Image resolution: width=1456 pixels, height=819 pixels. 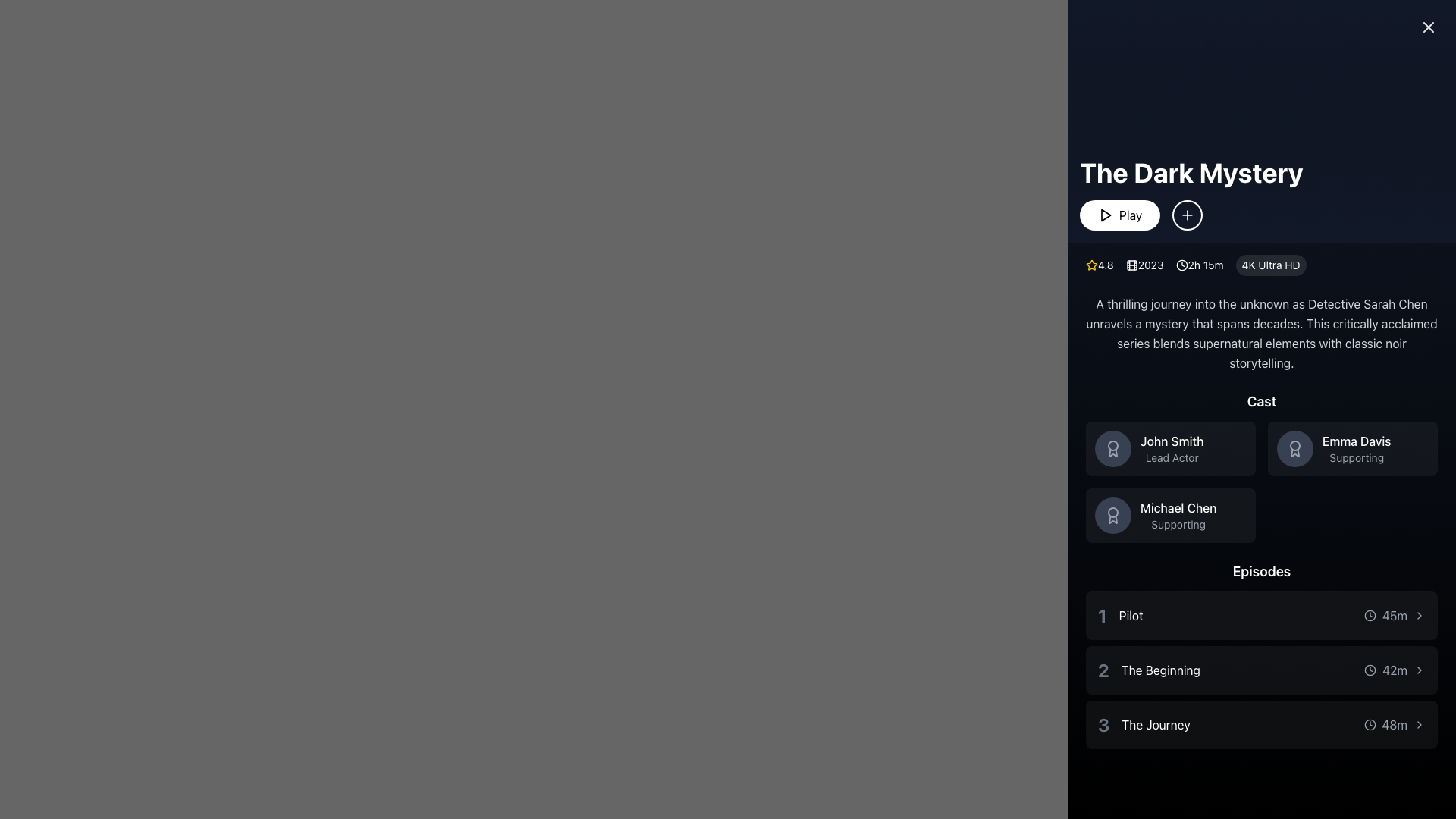 What do you see at coordinates (1262, 332) in the screenshot?
I see `introduction text located below the series metadata and above the 'Cast' section` at bounding box center [1262, 332].